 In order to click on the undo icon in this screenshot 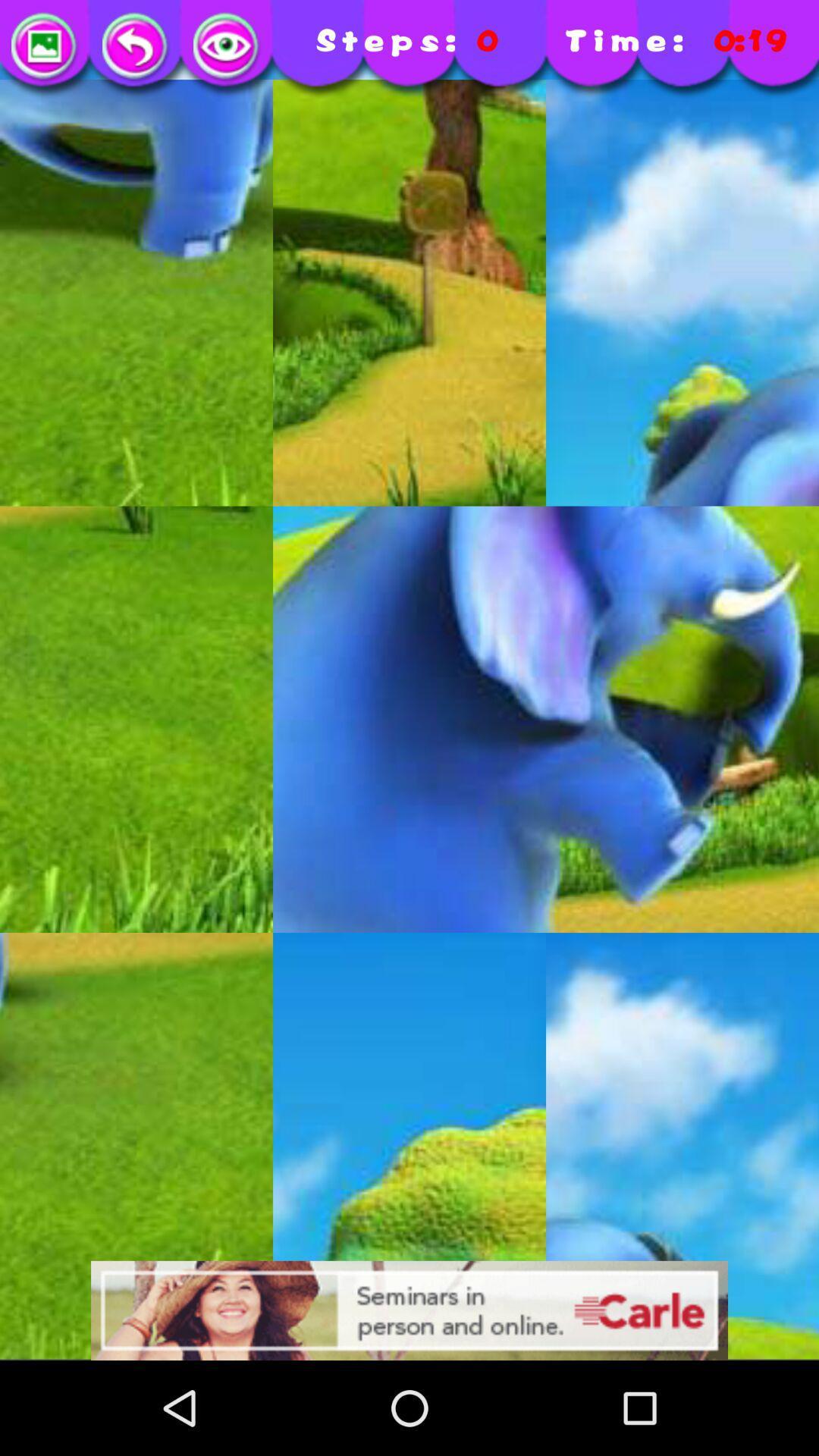, I will do `click(136, 47)`.